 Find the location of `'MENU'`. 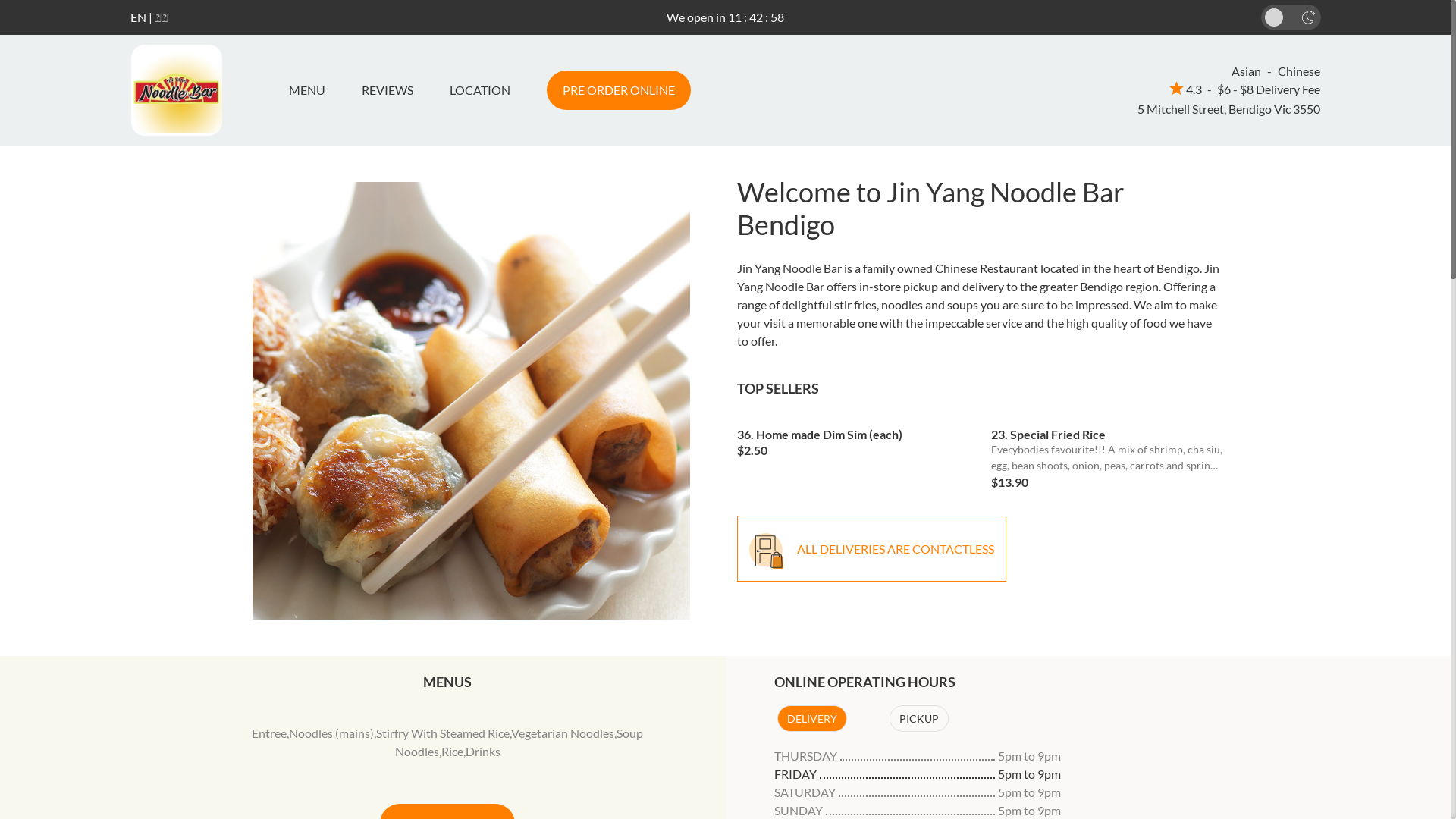

'MENU' is located at coordinates (312, 90).